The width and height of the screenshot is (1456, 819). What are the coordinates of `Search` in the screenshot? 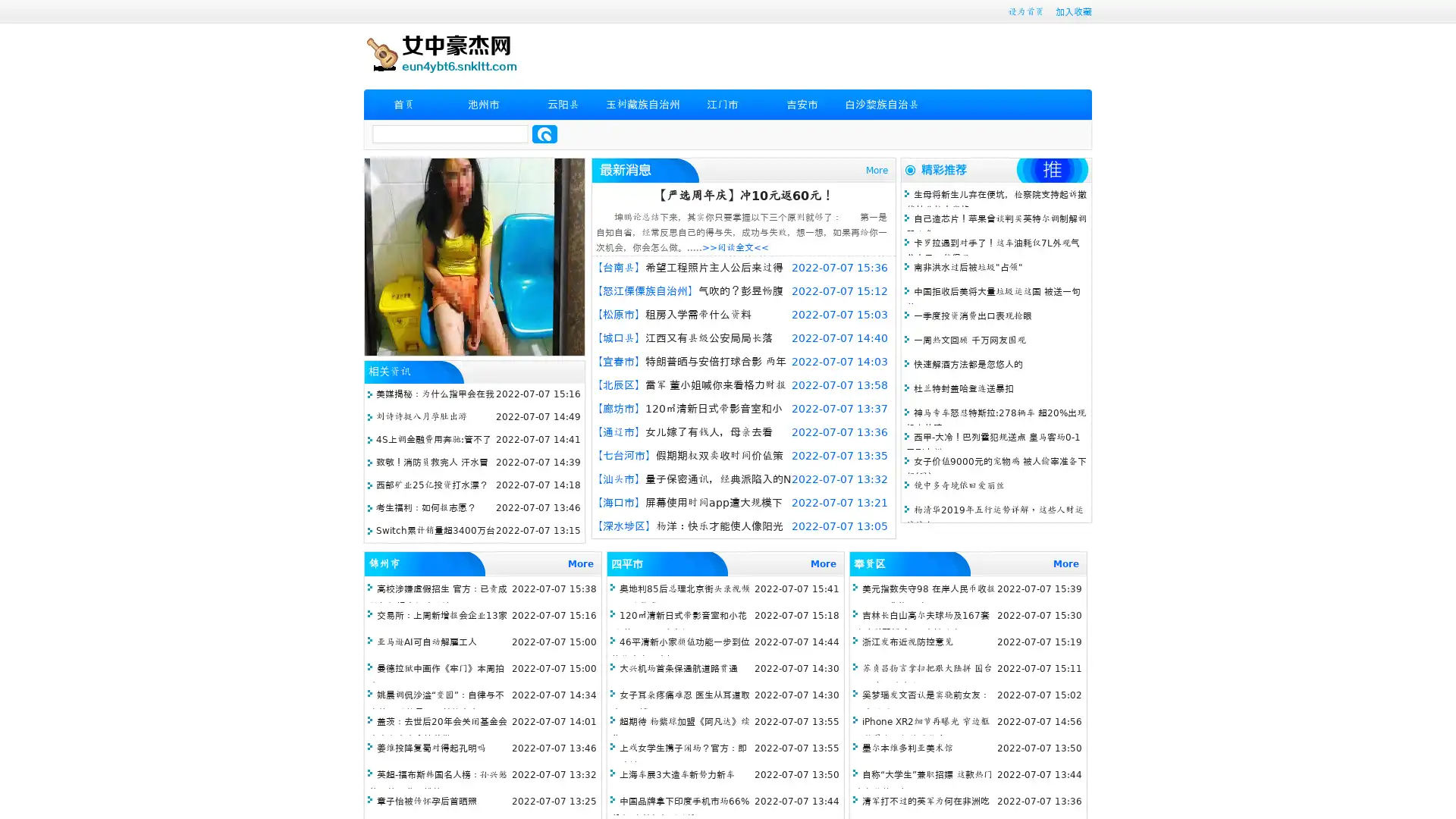 It's located at (544, 133).